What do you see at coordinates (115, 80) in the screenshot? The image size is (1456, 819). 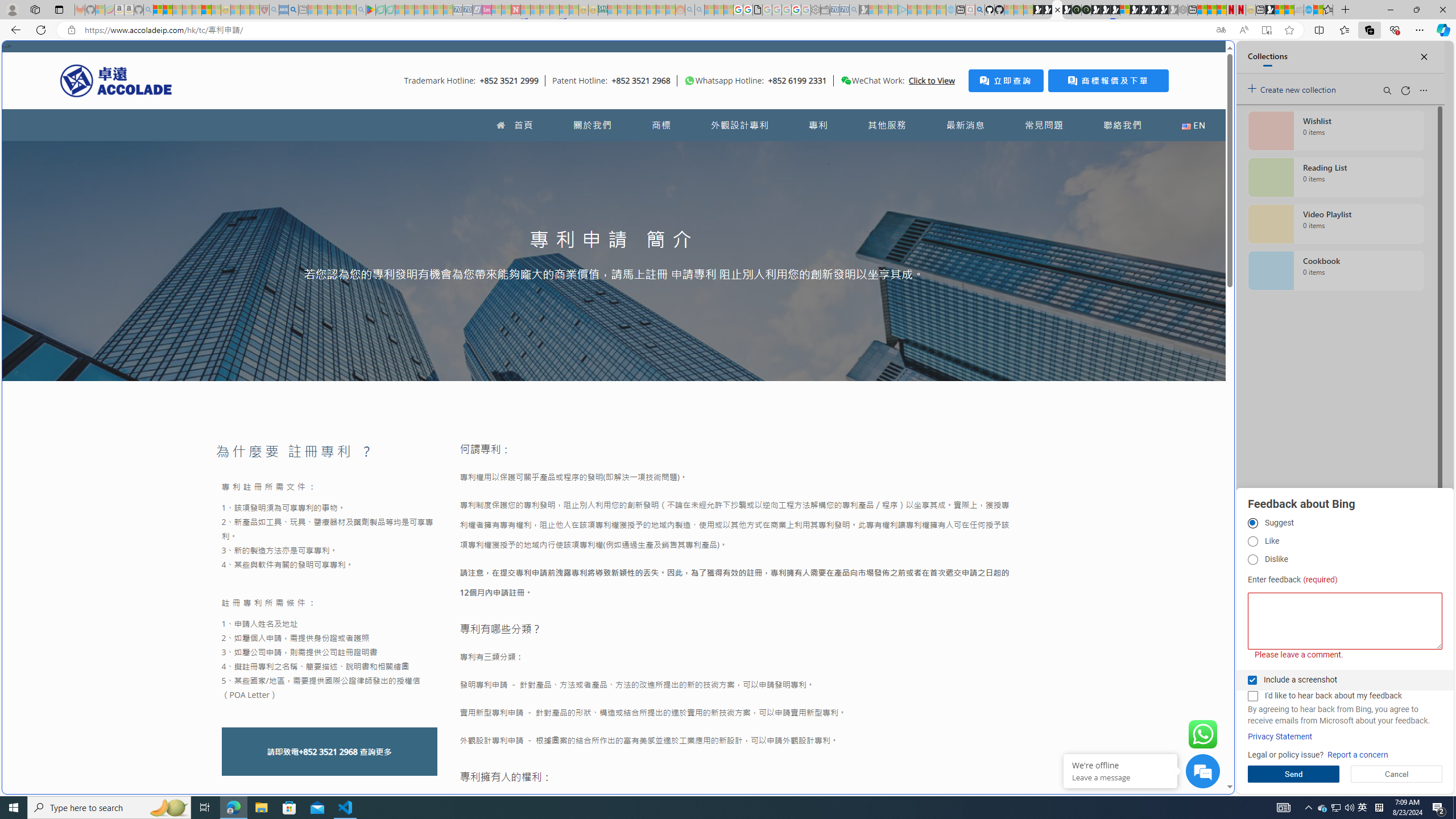 I see `'Accolade IP HK Logo'` at bounding box center [115, 80].